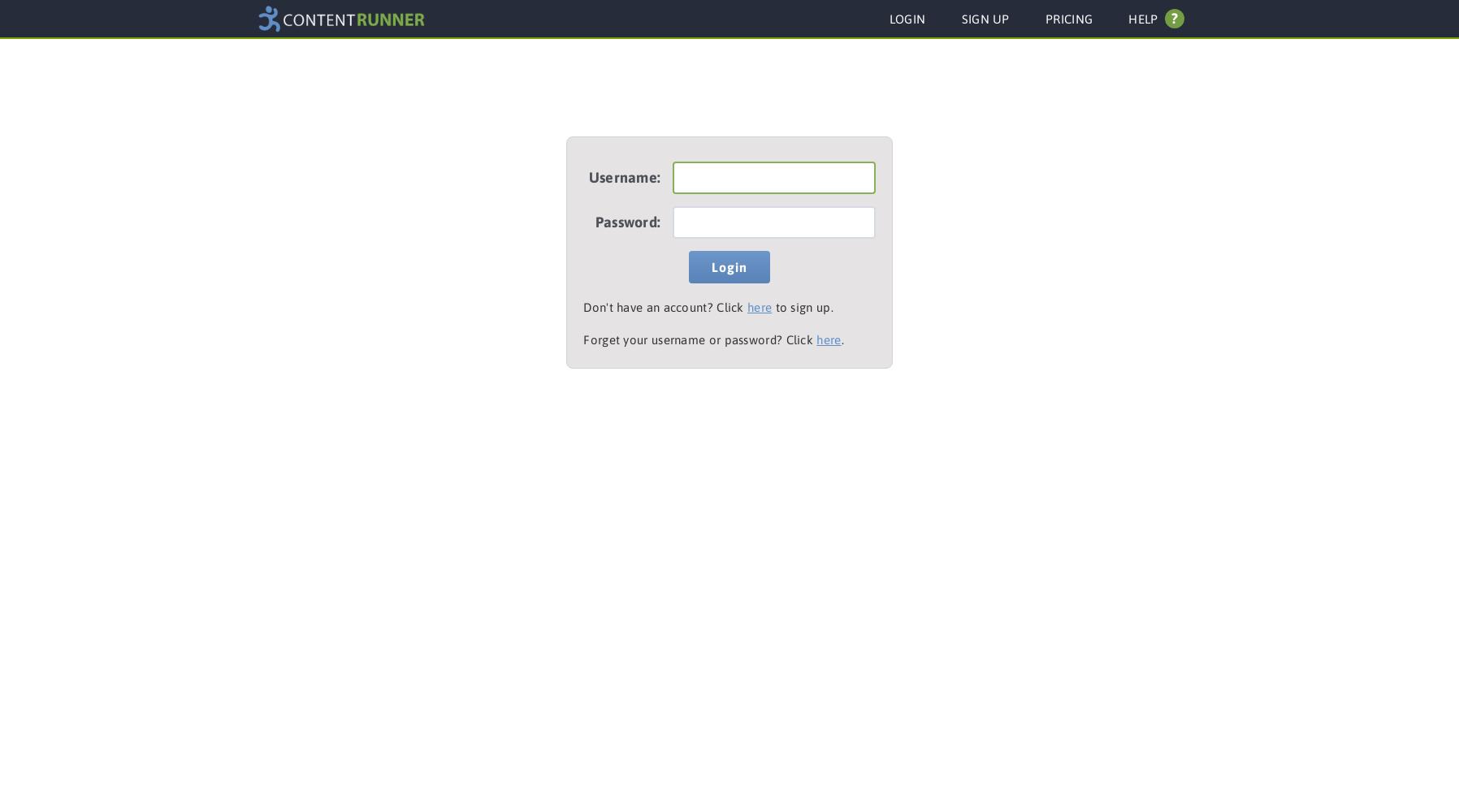 This screenshot has width=1459, height=812. I want to click on 'Don't have an account?  Click', so click(665, 307).